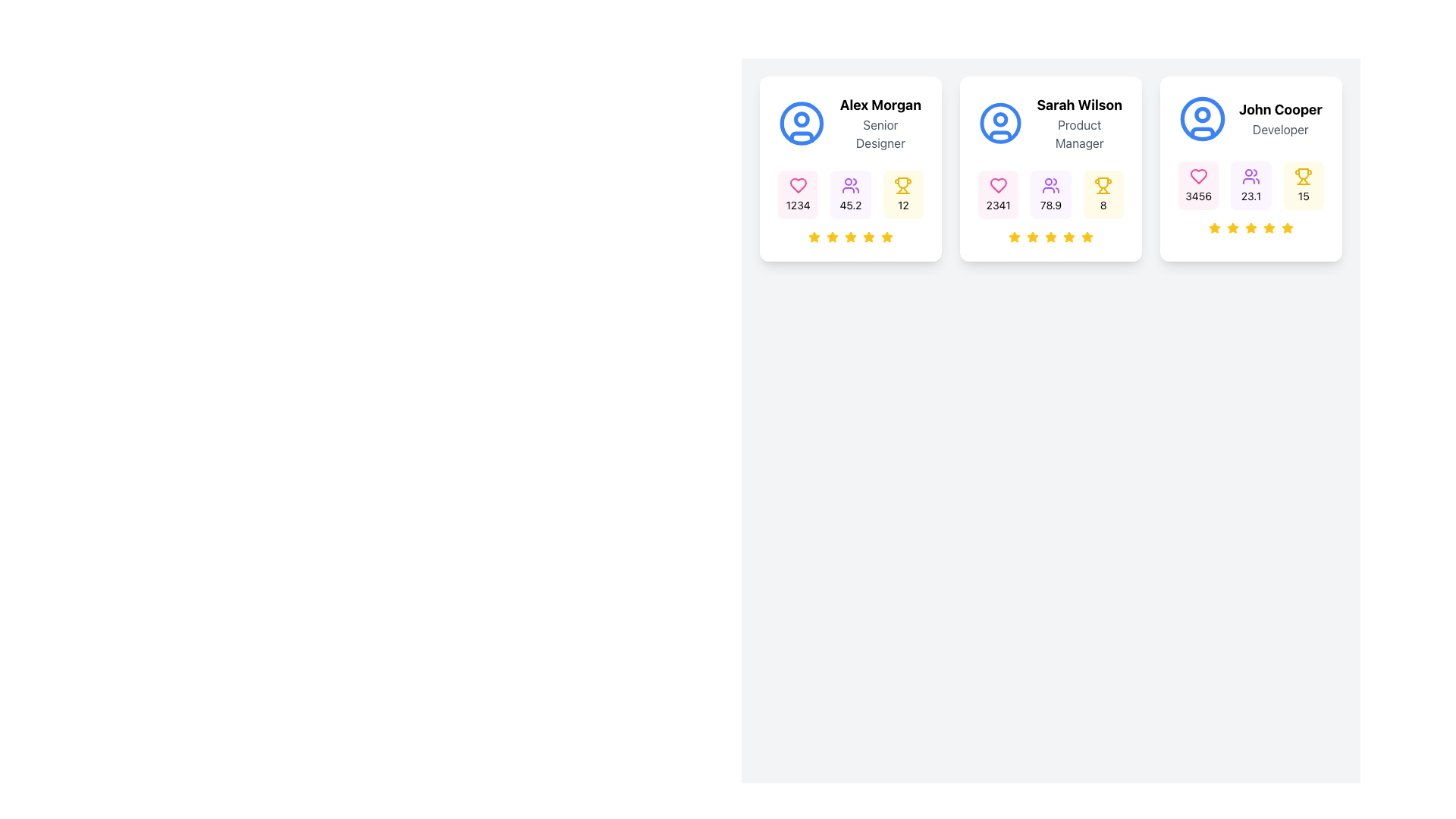  What do you see at coordinates (1215, 227) in the screenshot?
I see `the second yellow star icon in the rating system below John Cooper's profile details` at bounding box center [1215, 227].